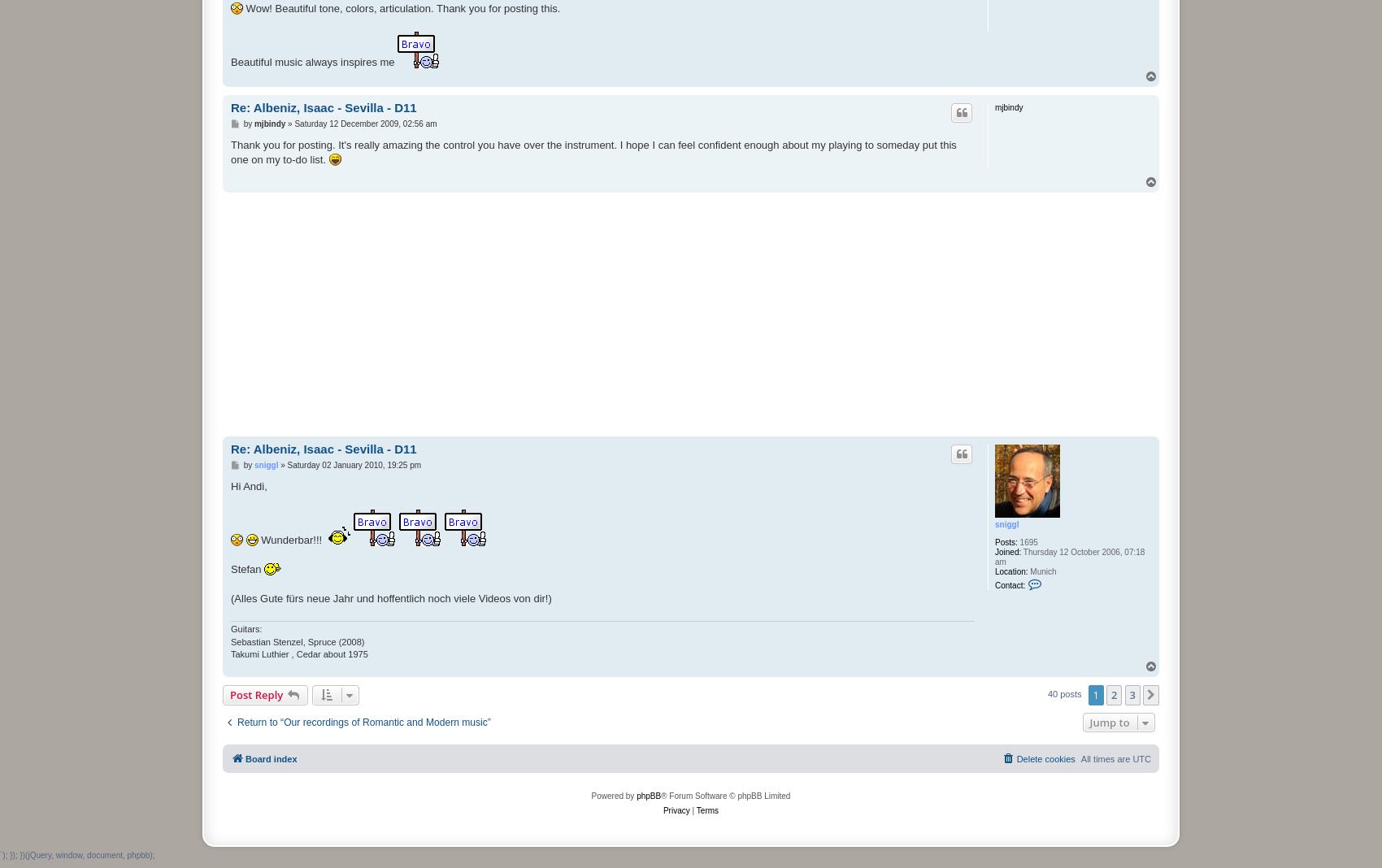  Describe the element at coordinates (270, 757) in the screenshot. I see `'Board index'` at that location.